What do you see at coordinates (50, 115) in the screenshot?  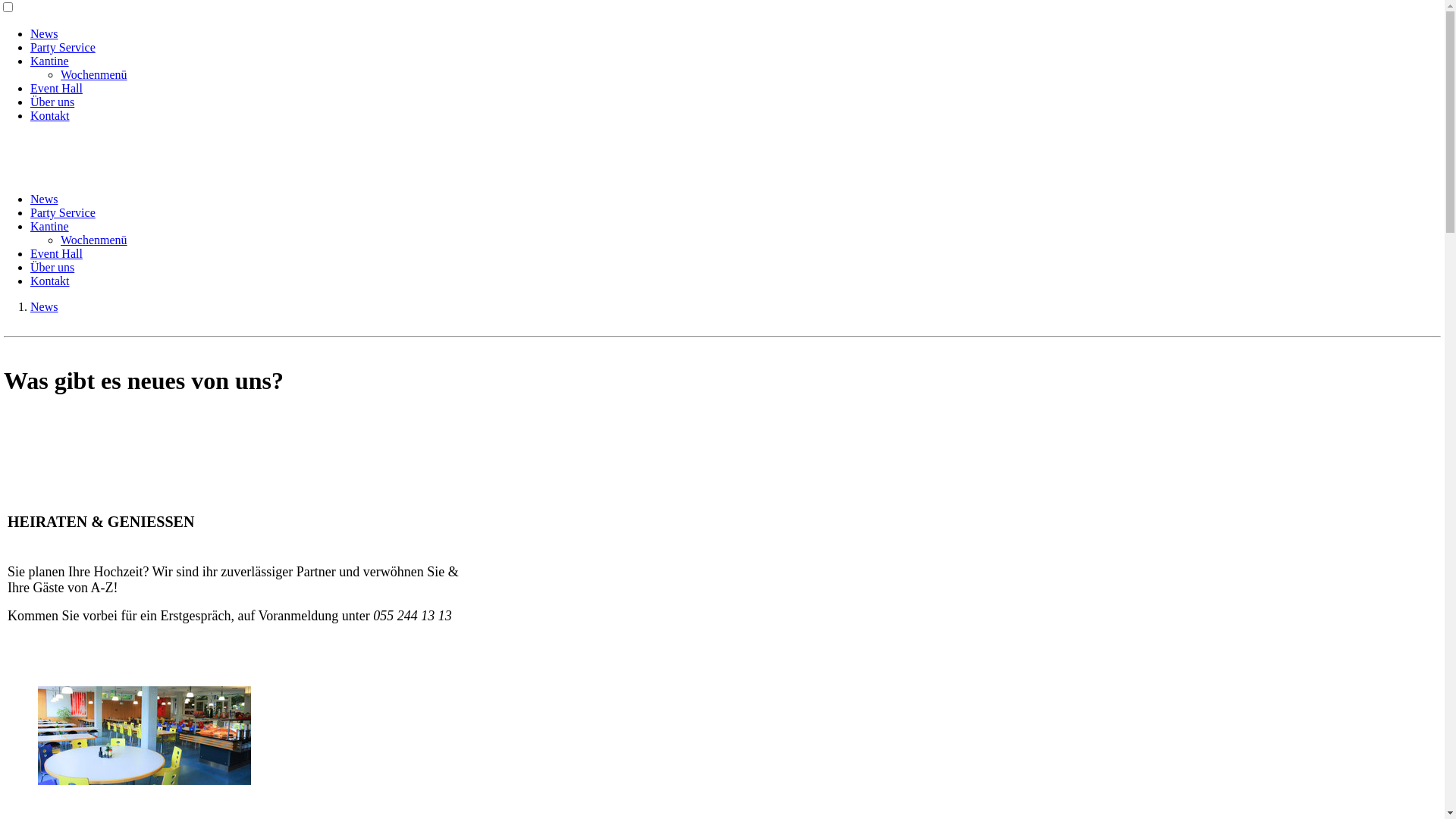 I see `'Kontakt'` at bounding box center [50, 115].